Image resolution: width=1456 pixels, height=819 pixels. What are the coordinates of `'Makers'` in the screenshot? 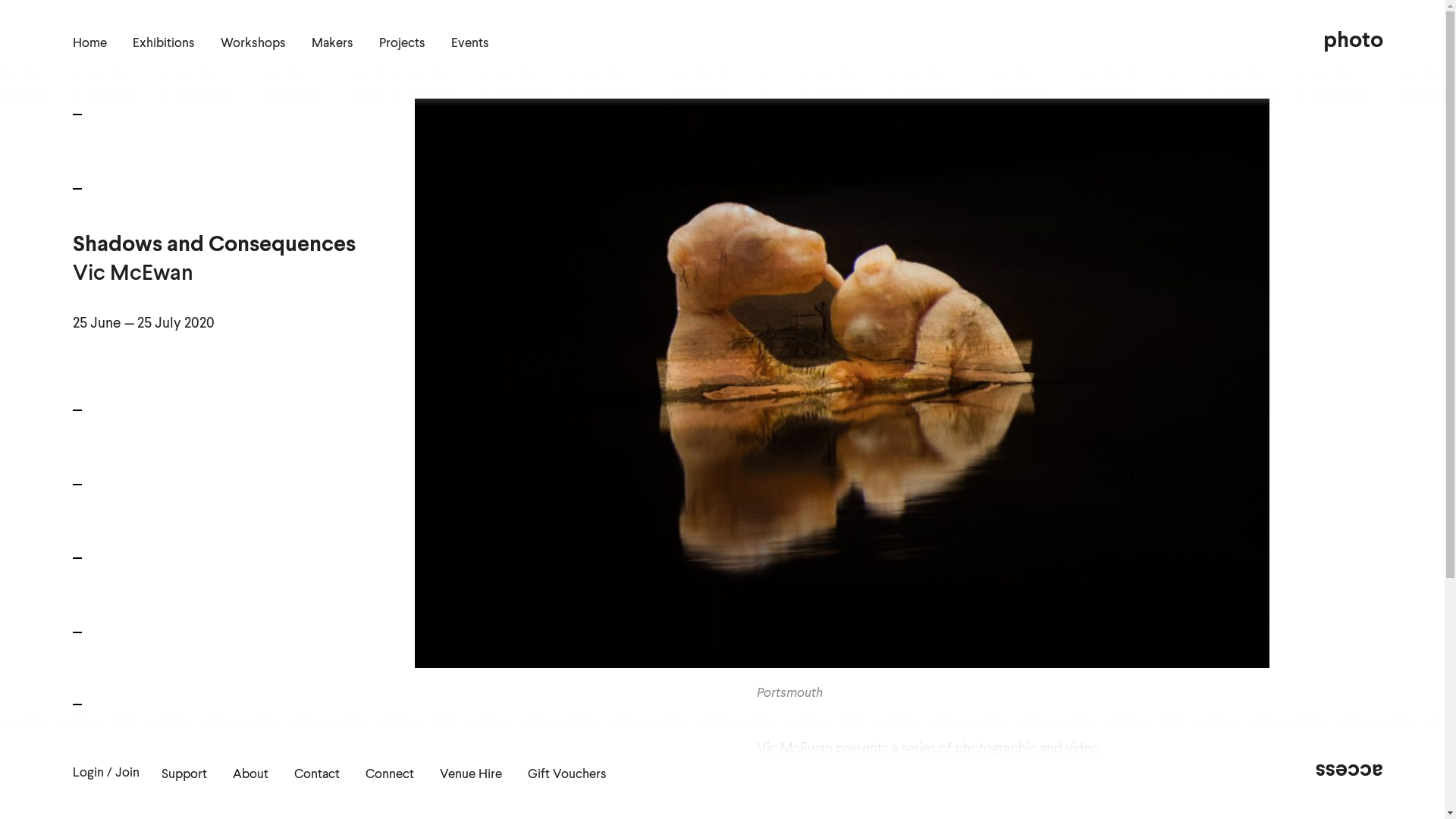 It's located at (331, 42).